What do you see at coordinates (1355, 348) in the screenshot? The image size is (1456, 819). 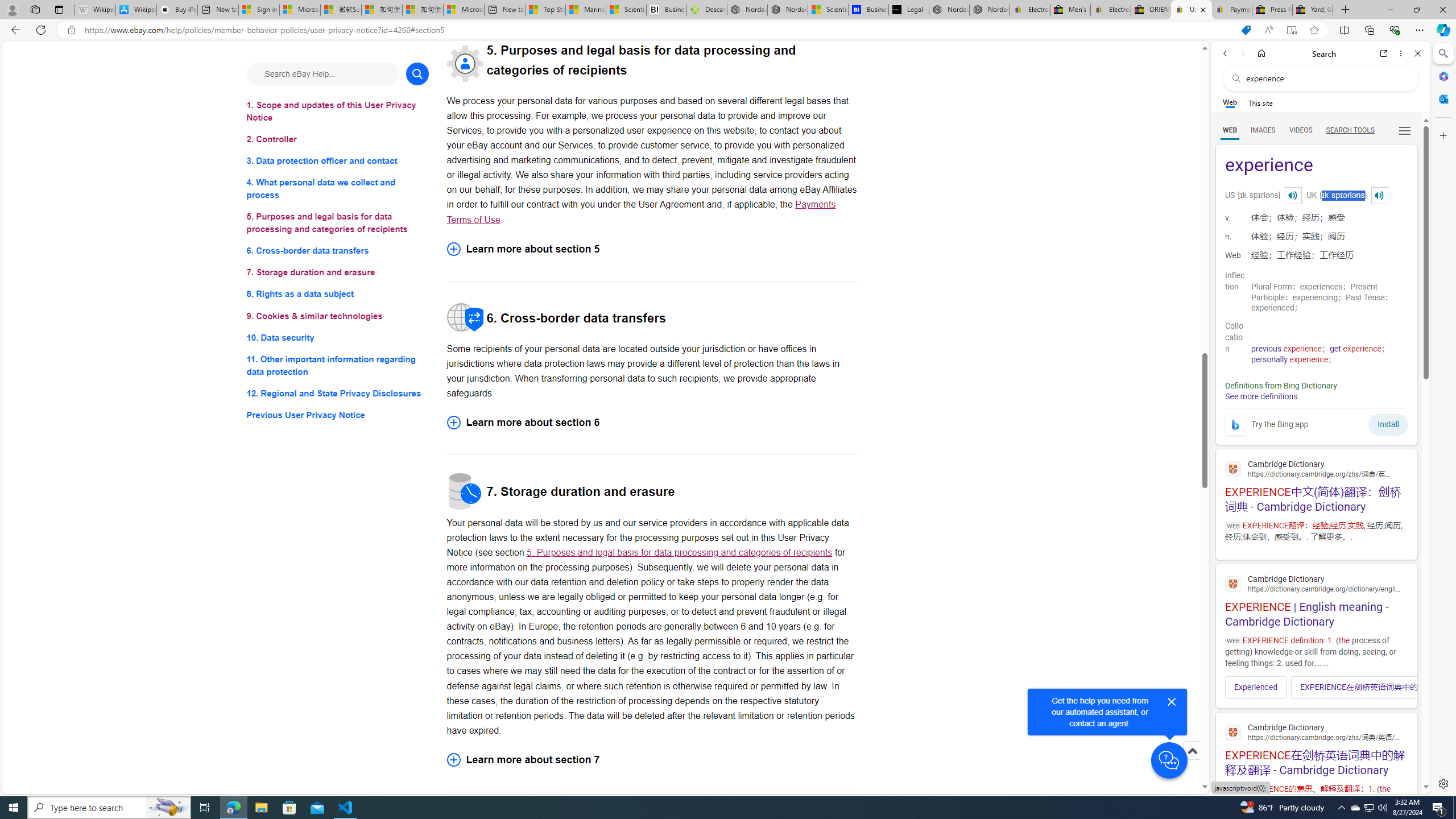 I see `'get experience'` at bounding box center [1355, 348].